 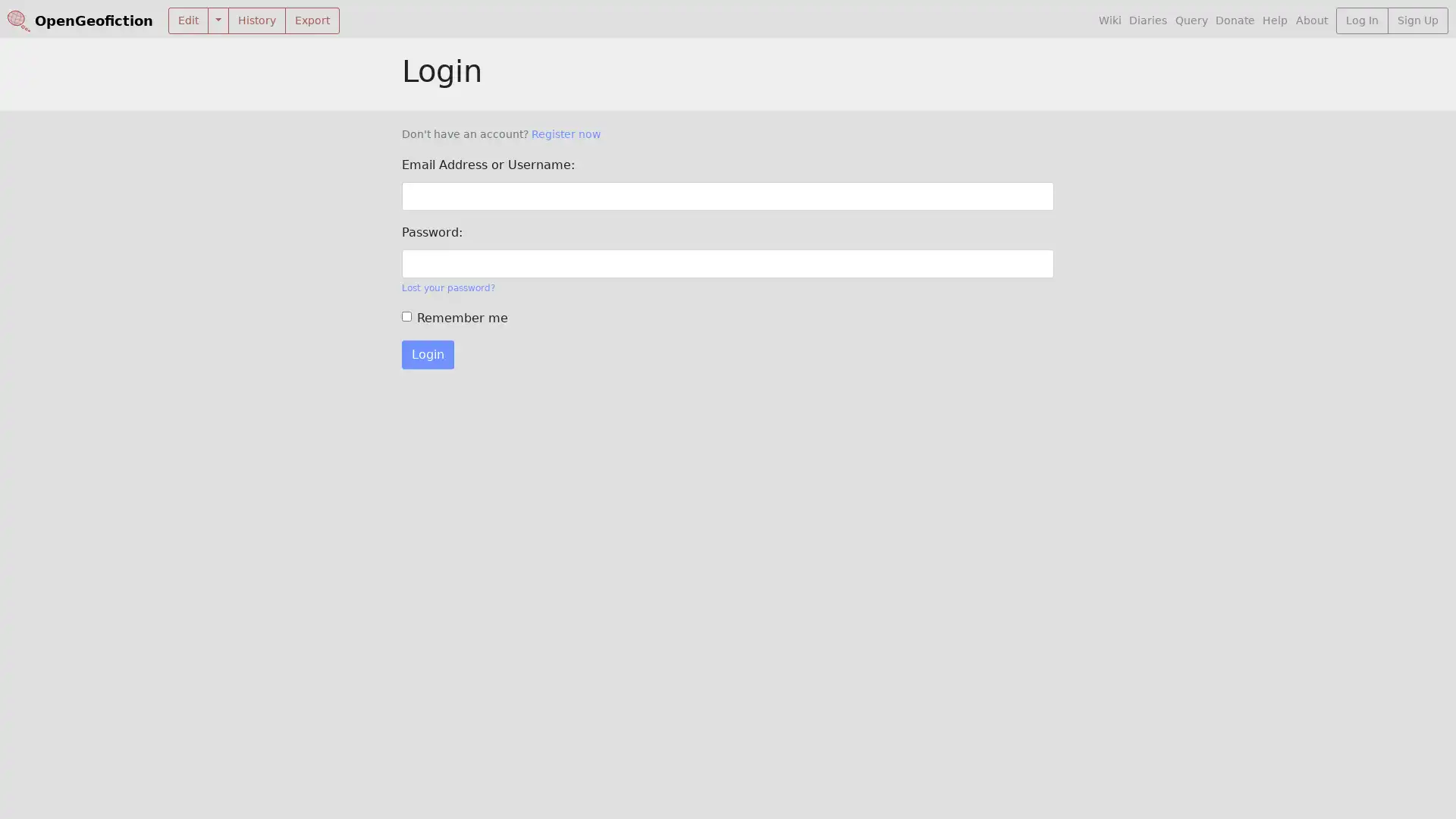 What do you see at coordinates (427, 354) in the screenshot?
I see `Login` at bounding box center [427, 354].